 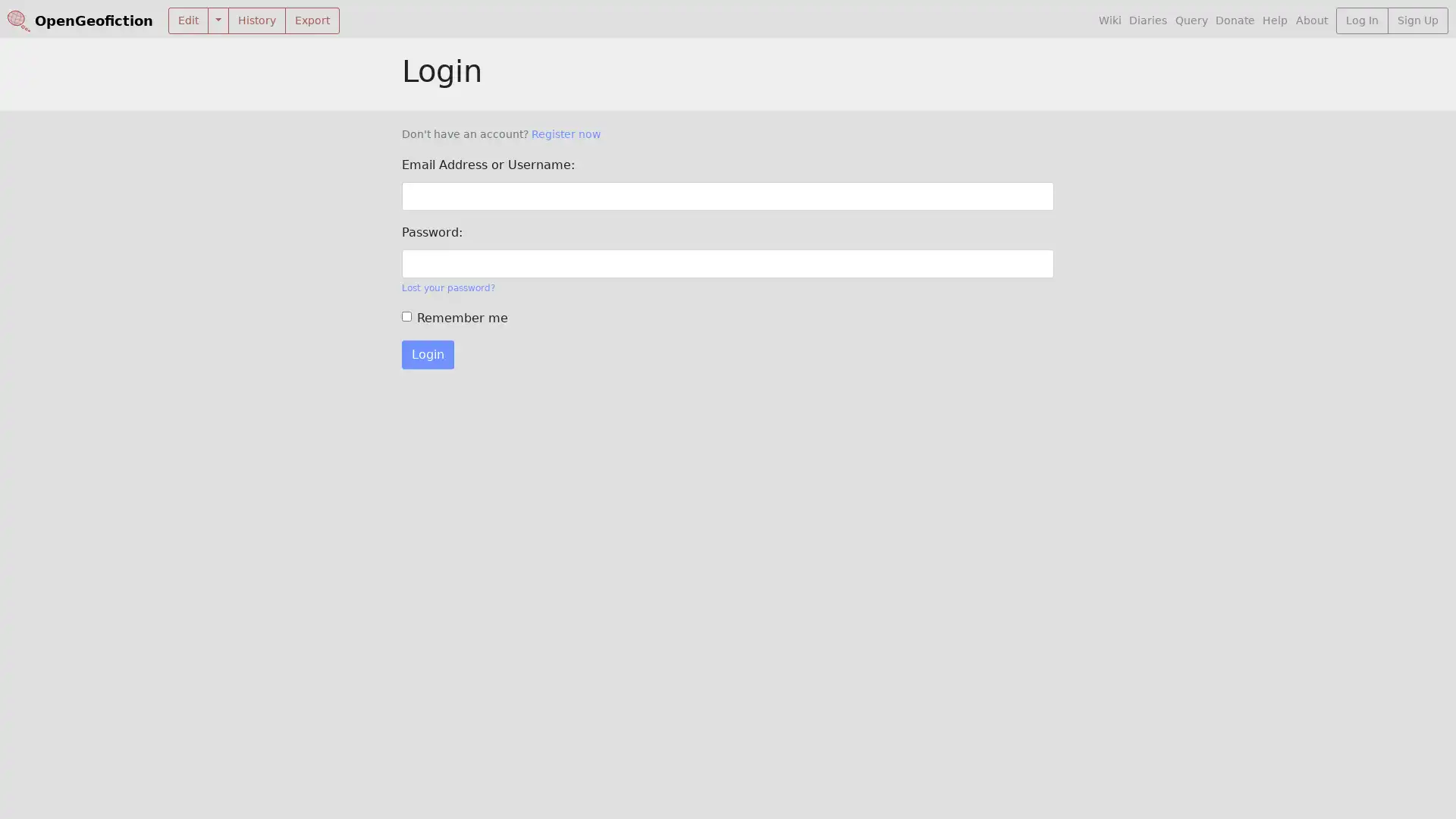 What do you see at coordinates (427, 354) in the screenshot?
I see `Login` at bounding box center [427, 354].